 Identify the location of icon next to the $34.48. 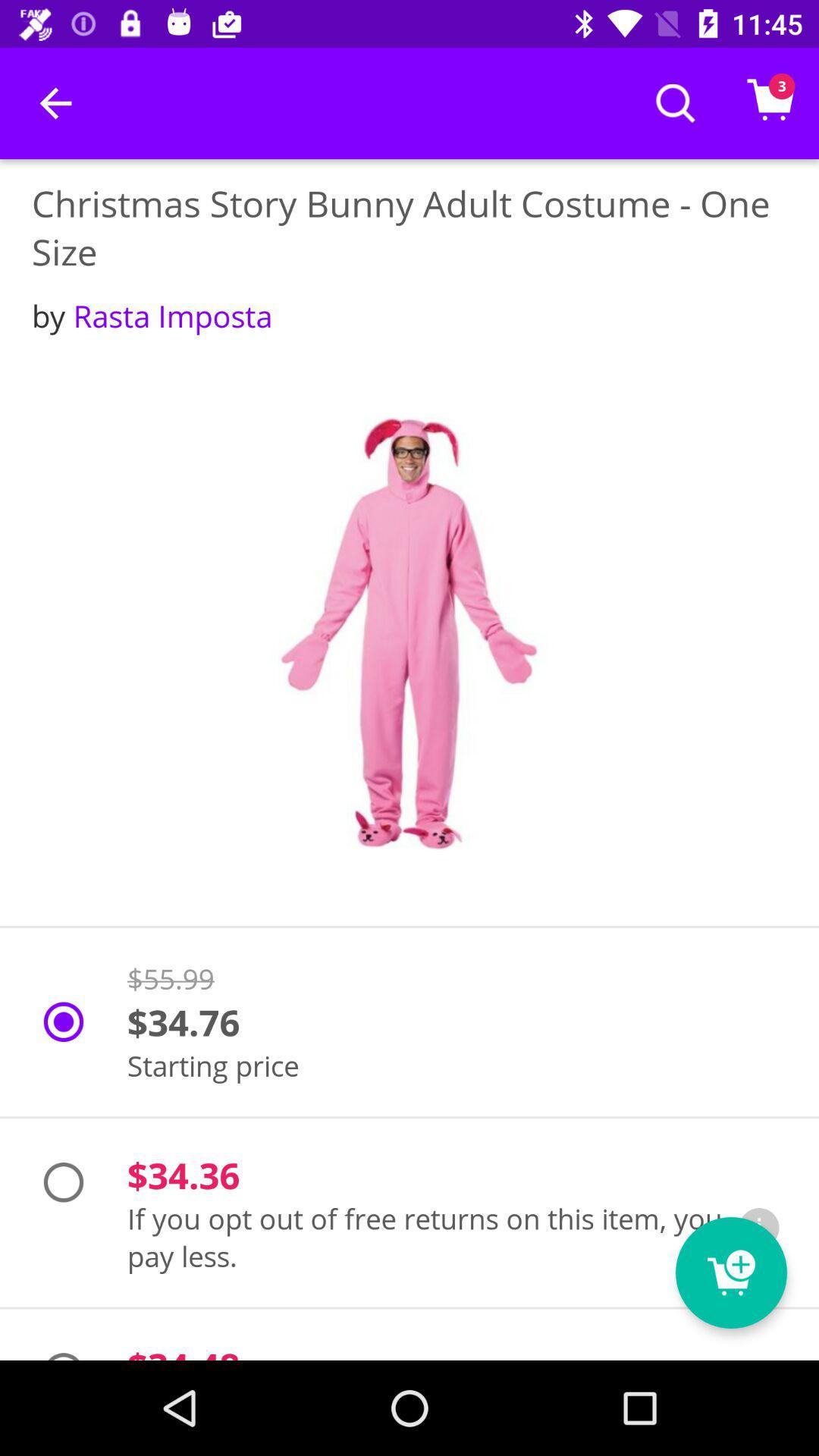
(730, 1272).